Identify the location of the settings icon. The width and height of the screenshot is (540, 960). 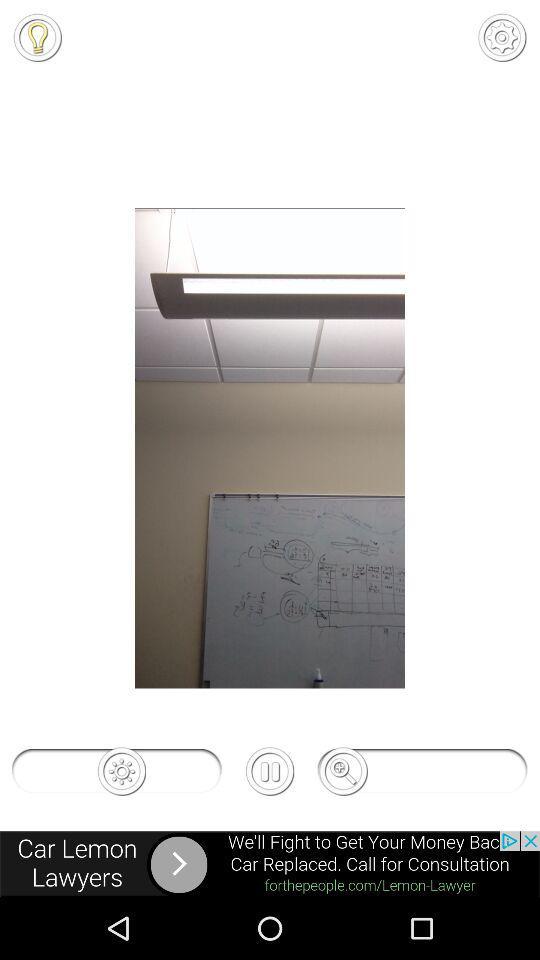
(501, 36).